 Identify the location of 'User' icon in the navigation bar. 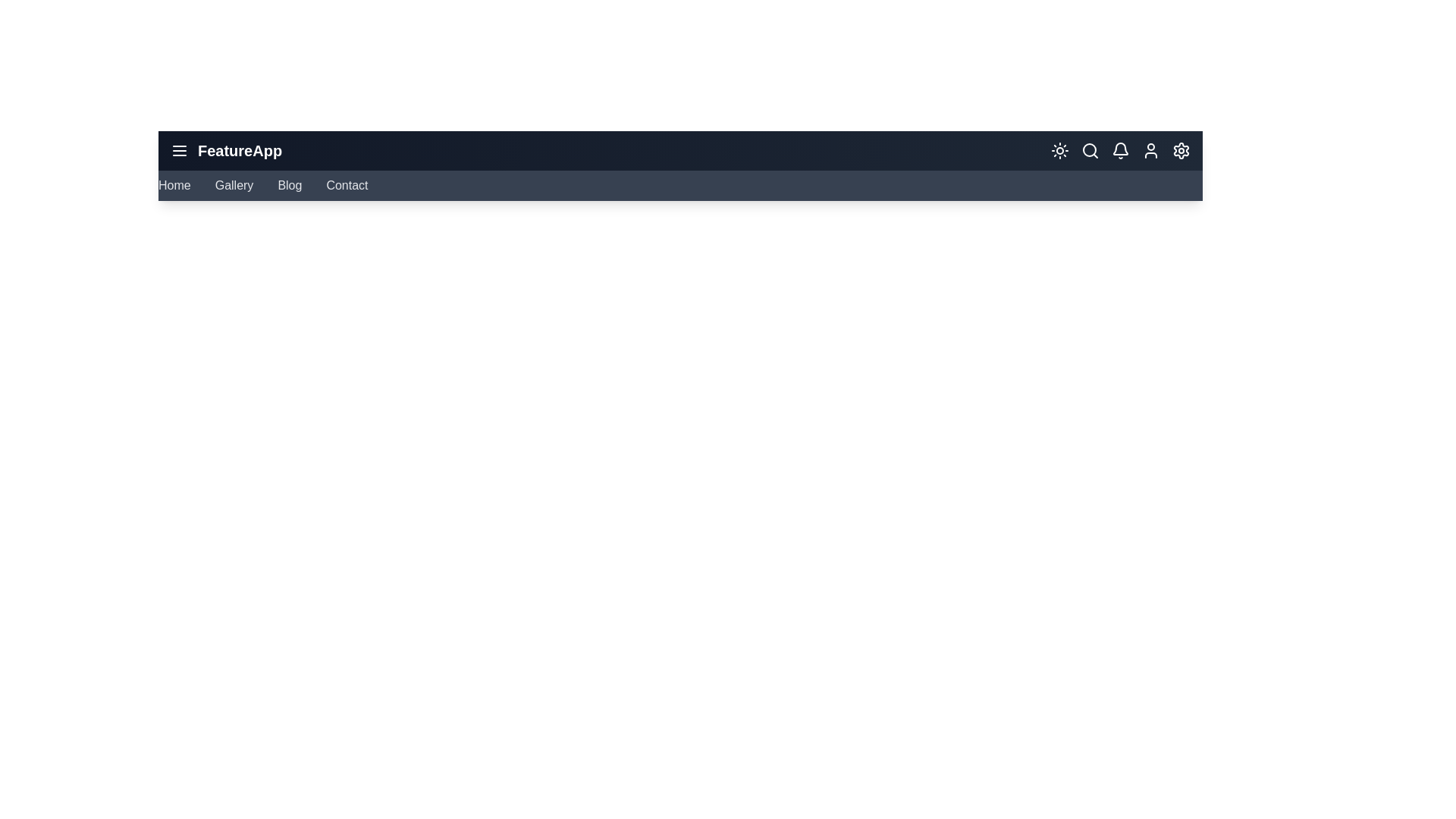
(1150, 151).